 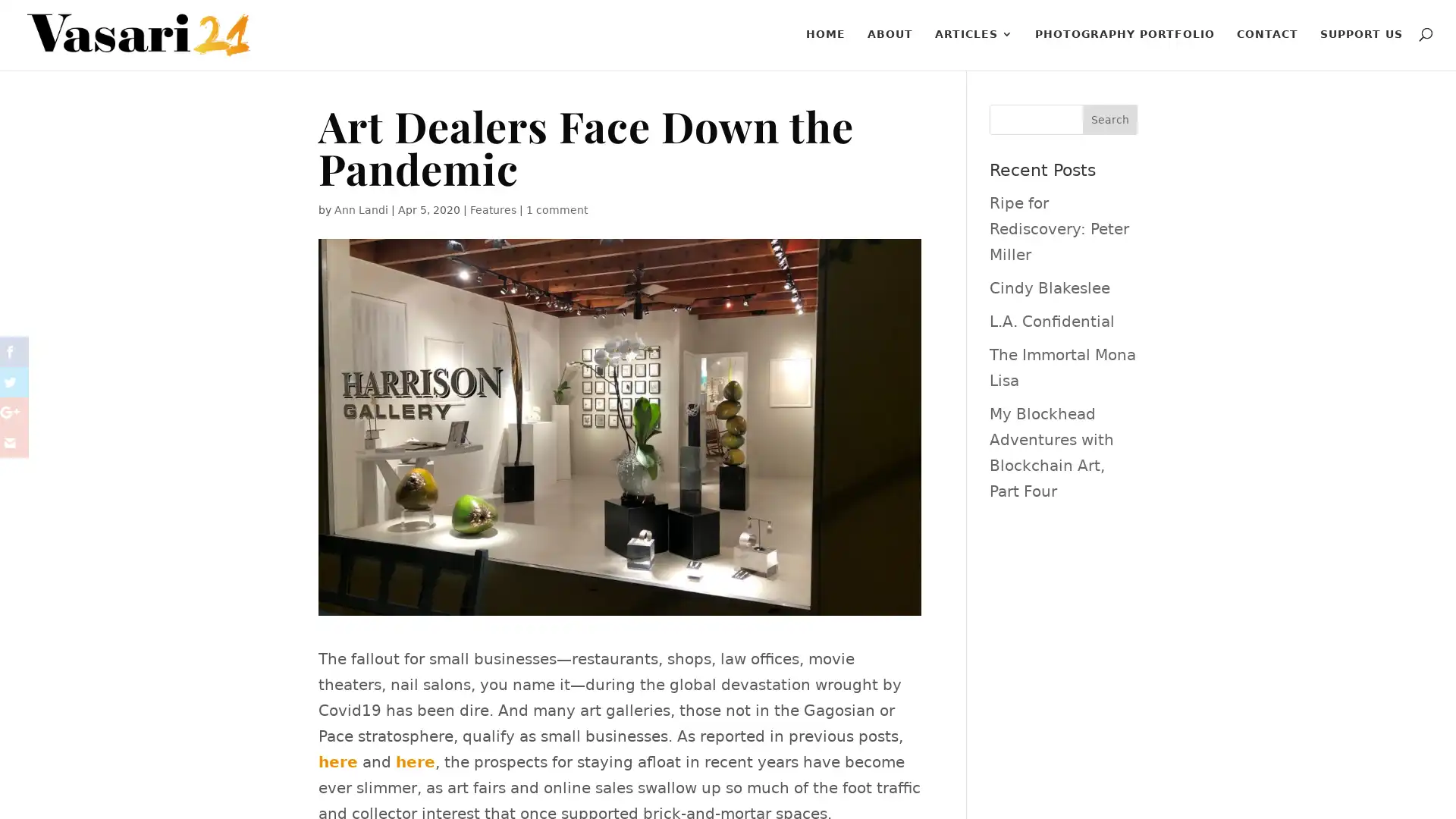 I want to click on Search, so click(x=1109, y=119).